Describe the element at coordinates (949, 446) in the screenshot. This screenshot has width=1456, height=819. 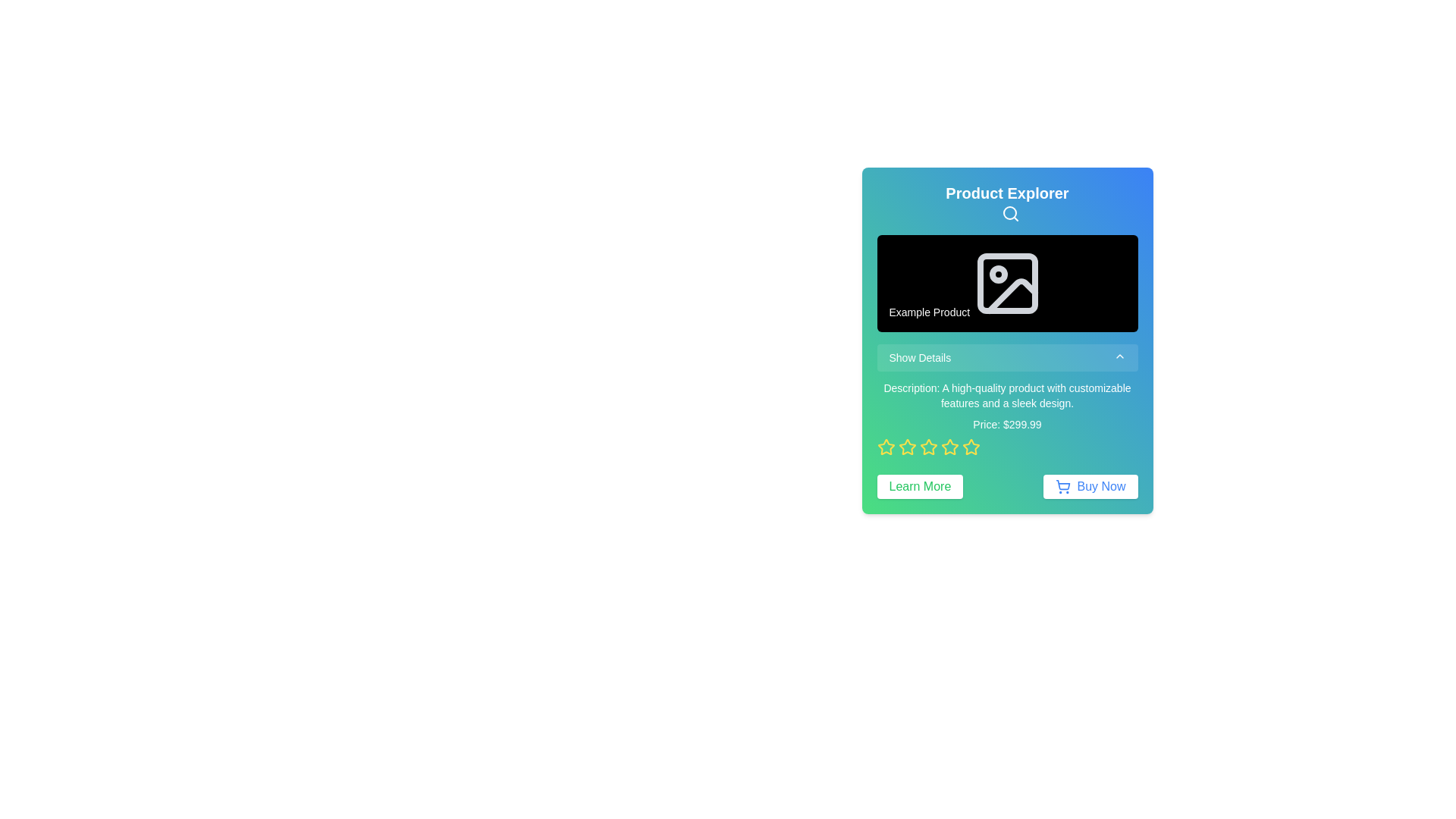
I see `the sixth hollow star icon outlined in yellow` at that location.